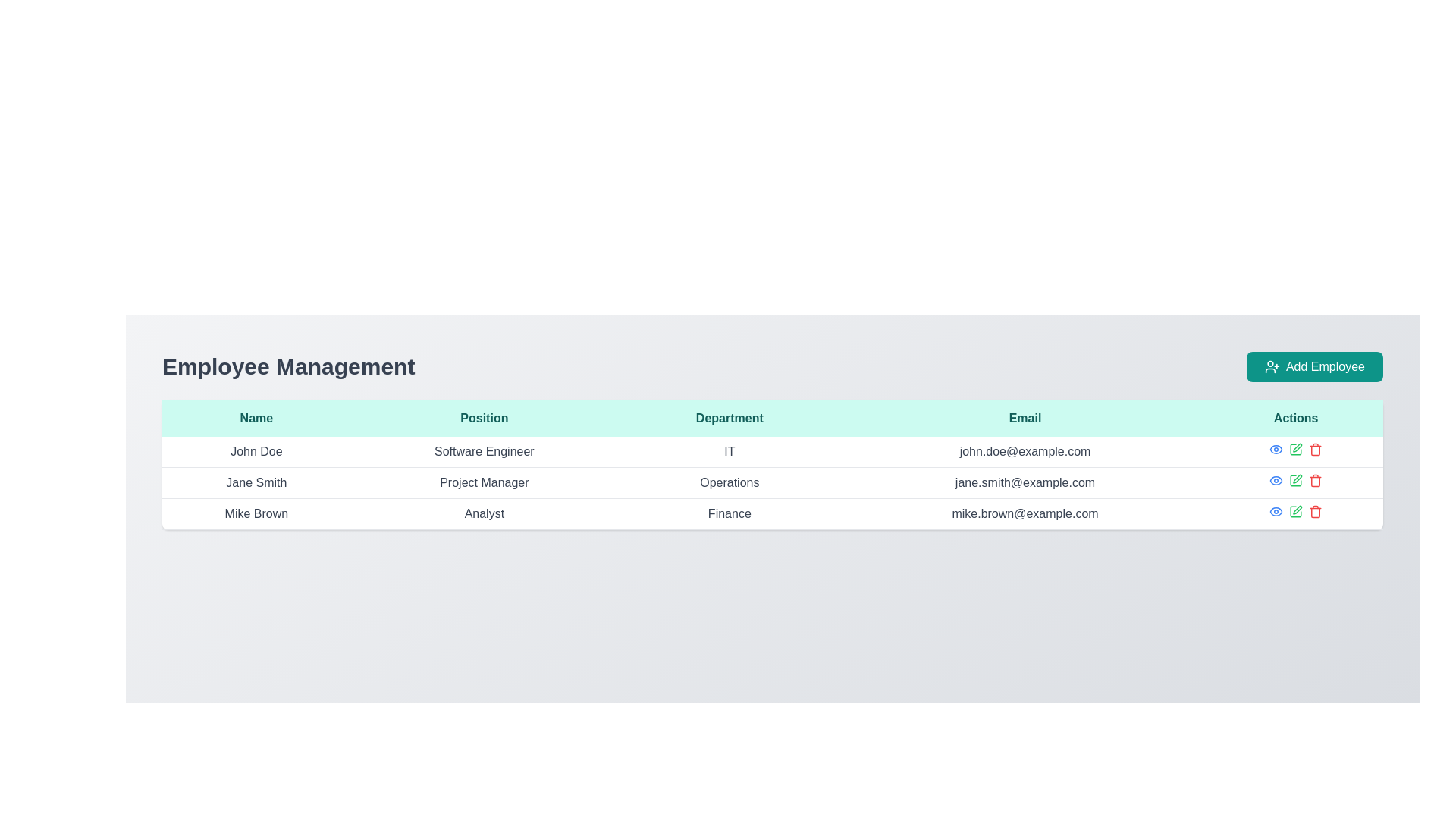 Image resolution: width=1456 pixels, height=819 pixels. I want to click on the text label displaying the employee's name 'Jane Smith' in the second row of the employee information table under the 'Name' column, so click(256, 482).